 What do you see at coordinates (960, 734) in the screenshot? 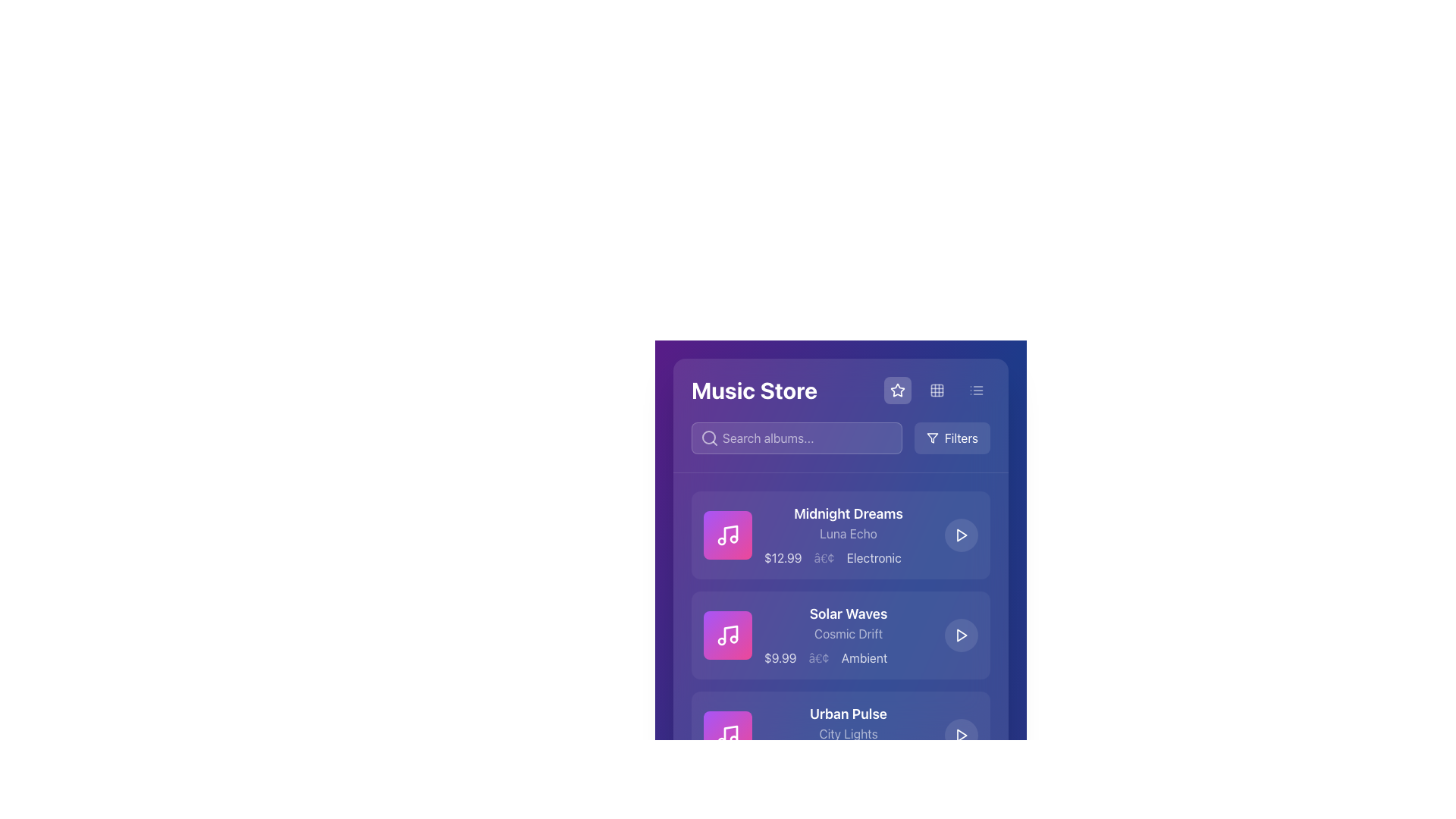
I see `the circular play button with a triangular play icon, located on the far right of the row labeled 'Urban Pulse City Lights $11.99 Pop', to observe the hover effects` at bounding box center [960, 734].